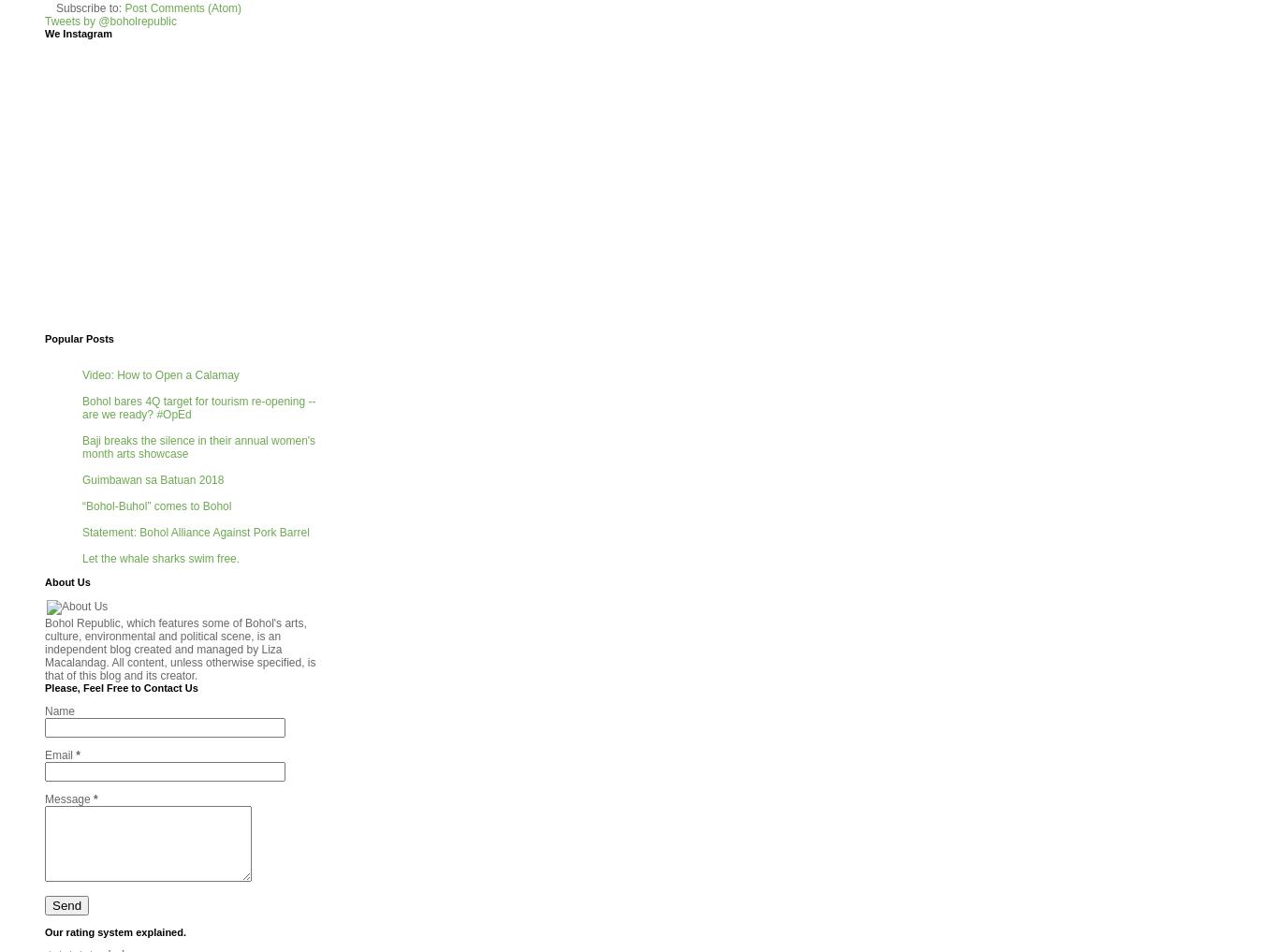  I want to click on 'Guimbawan sa Batuan 2018', so click(153, 479).